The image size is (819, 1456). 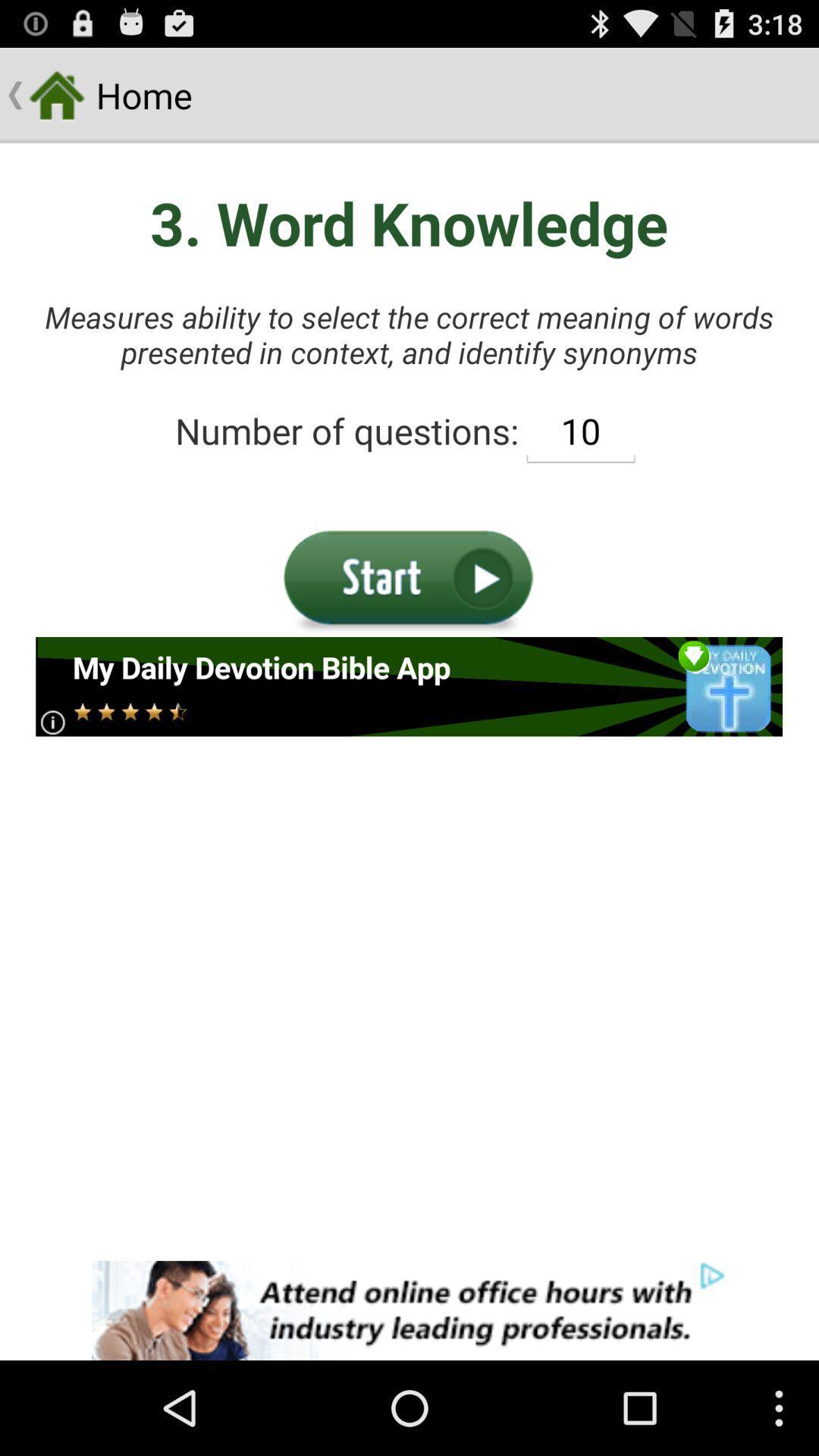 I want to click on advertiser site, so click(x=409, y=1310).